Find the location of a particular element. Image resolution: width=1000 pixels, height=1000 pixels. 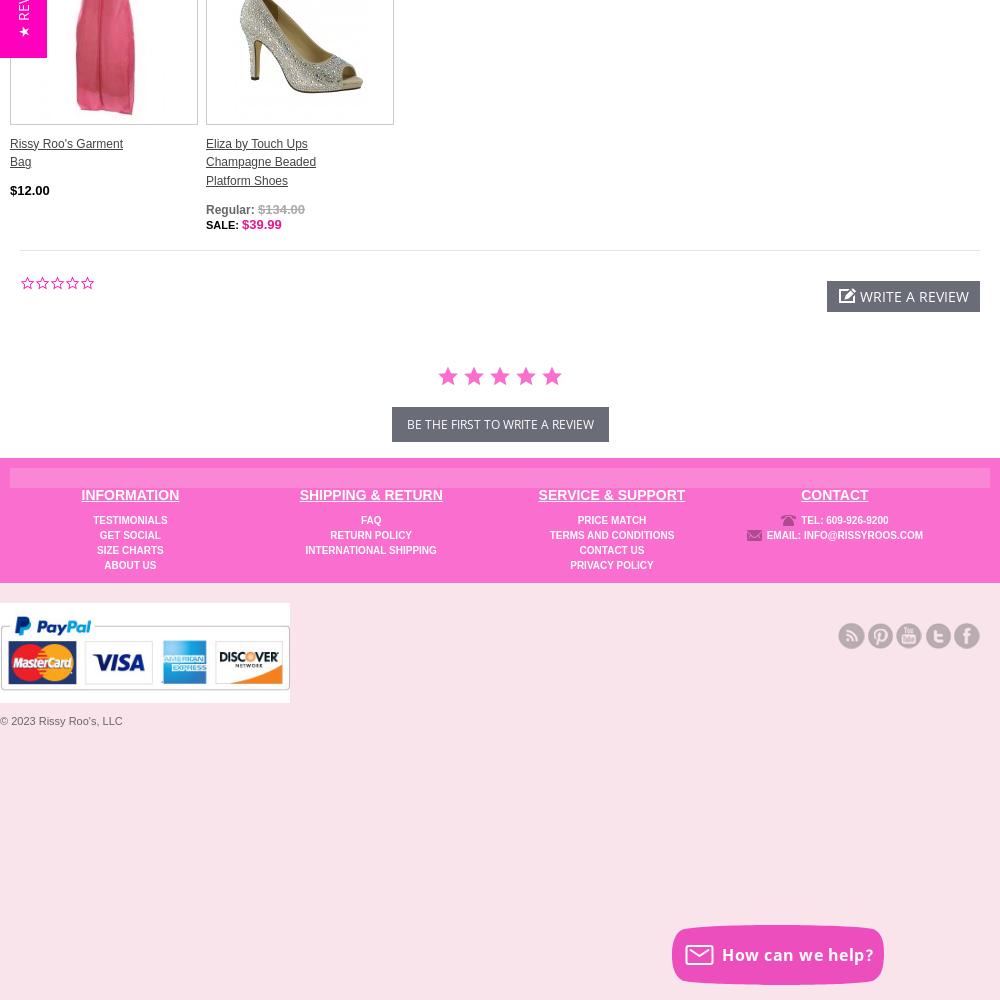

'$134.00' is located at coordinates (258, 207).